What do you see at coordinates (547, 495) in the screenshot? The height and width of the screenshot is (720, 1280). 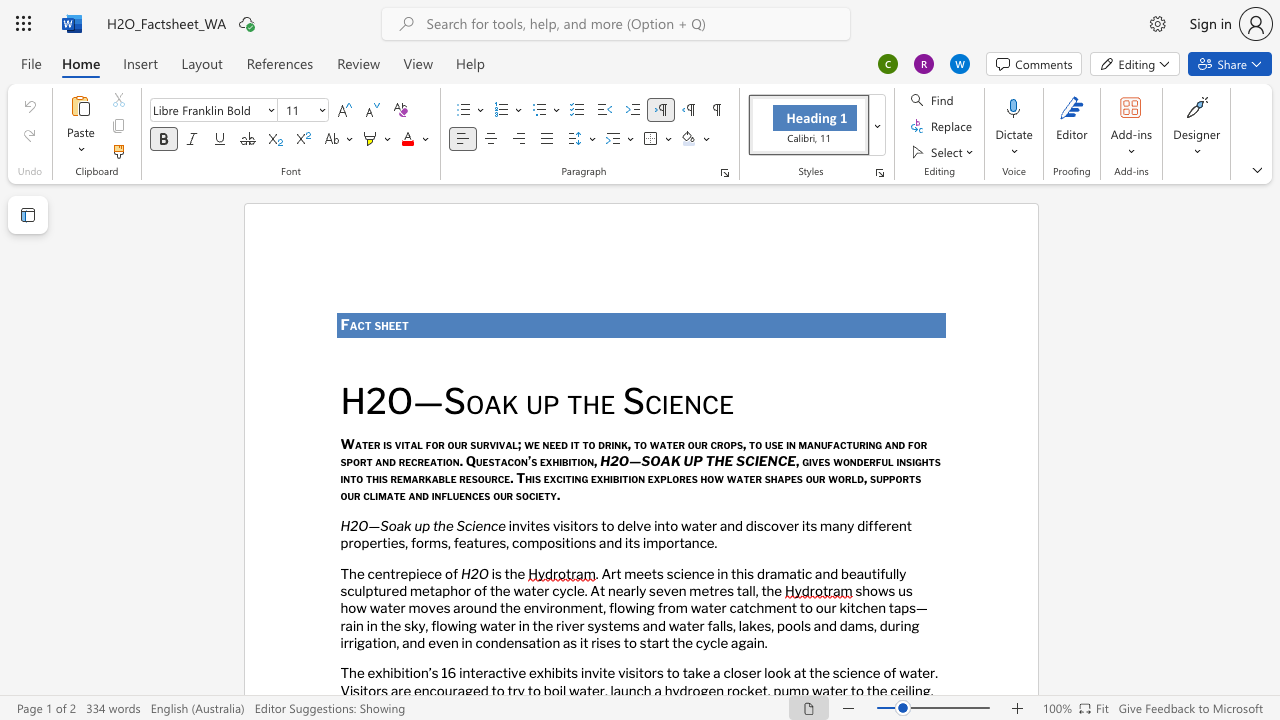 I see `the 1th character "t" in the text` at bounding box center [547, 495].